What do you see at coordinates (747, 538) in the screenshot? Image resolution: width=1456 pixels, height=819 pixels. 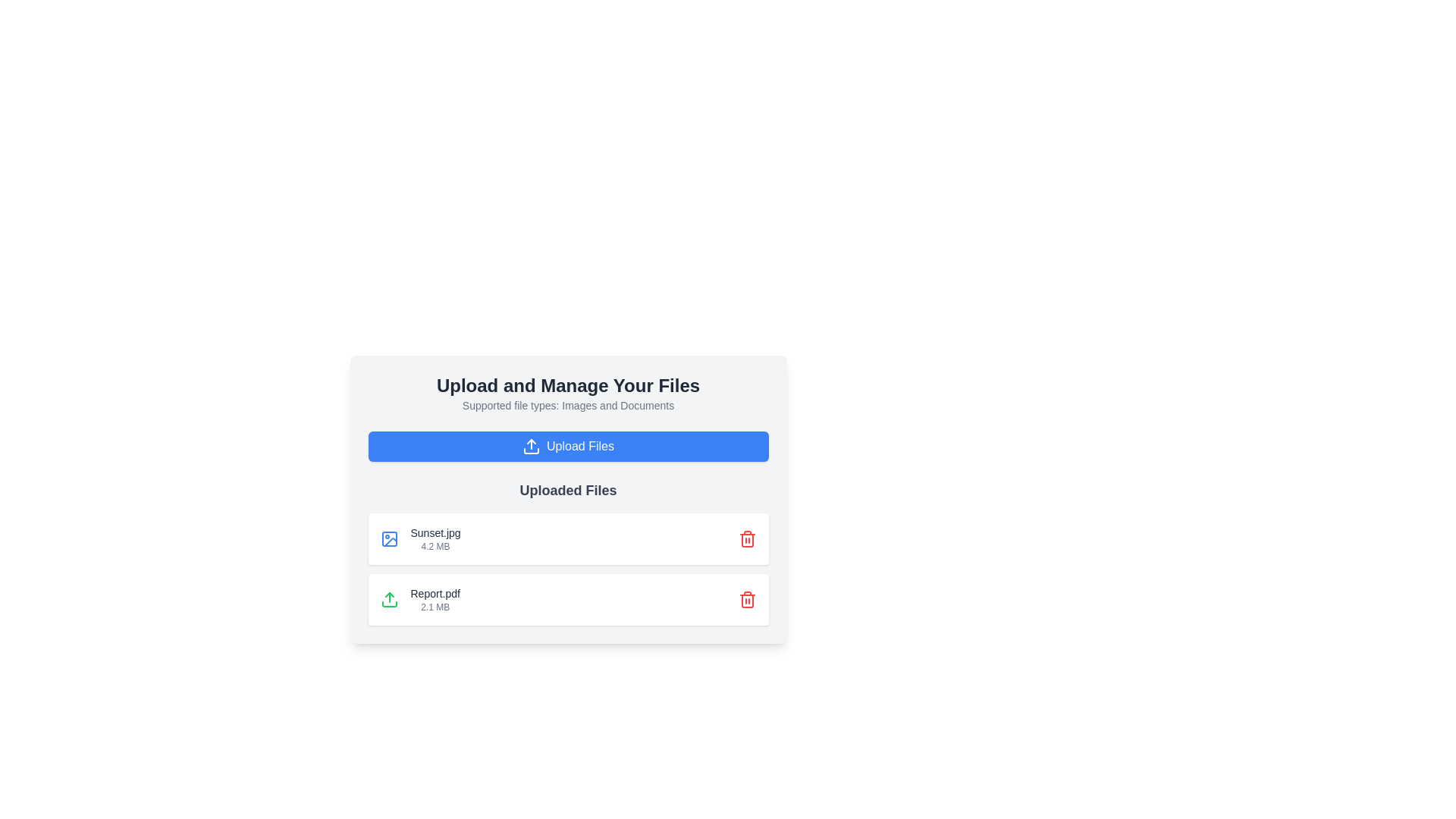 I see `the red trash can icon button located in the upper-right section of the card displaying the file 'Sunset.jpg'` at bounding box center [747, 538].